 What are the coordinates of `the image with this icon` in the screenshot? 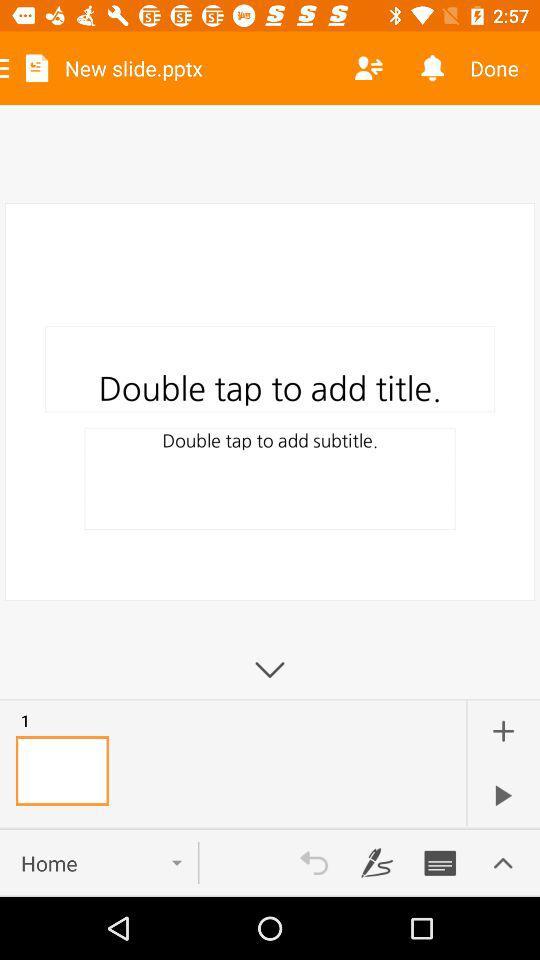 It's located at (502, 730).